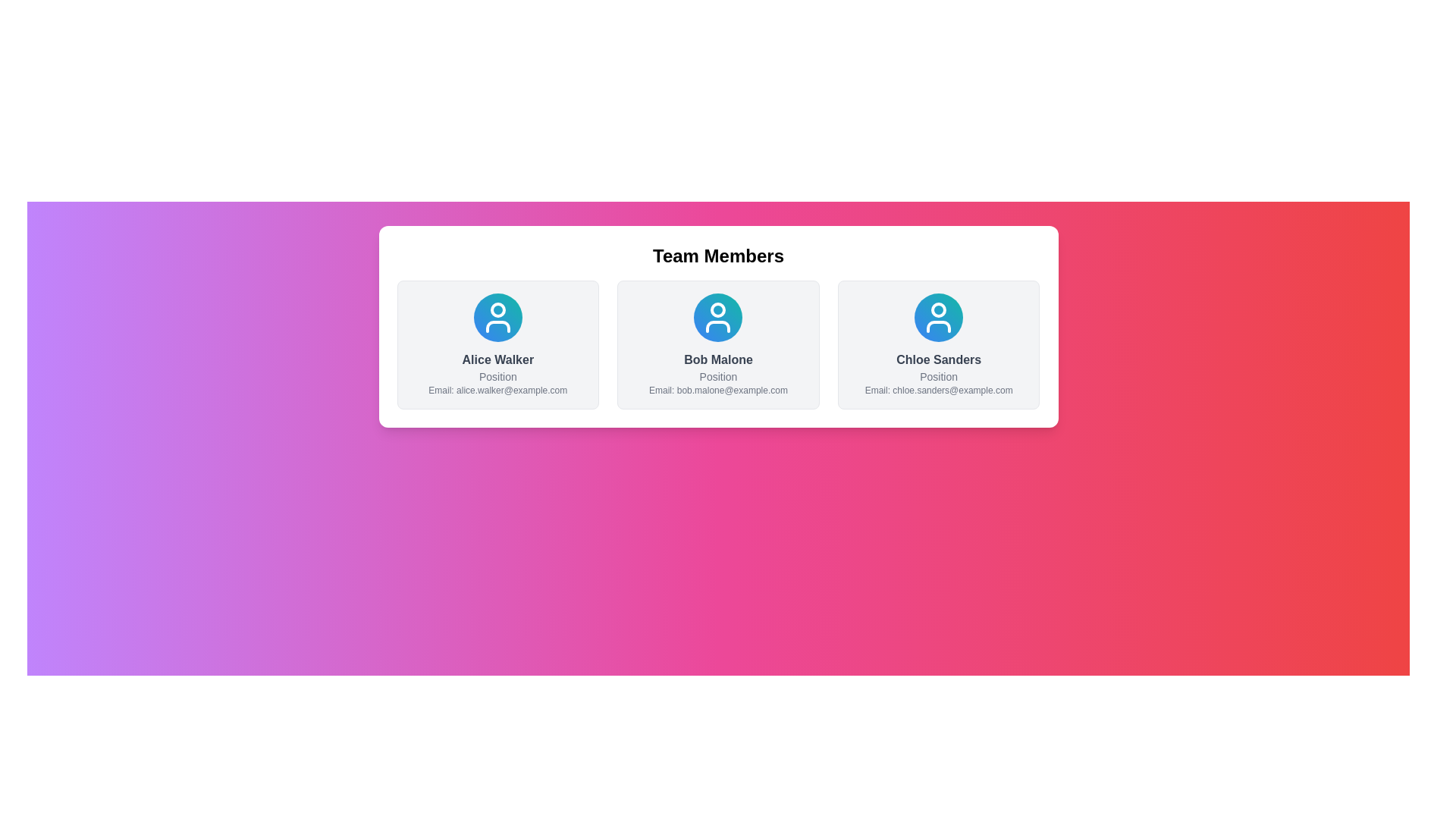 This screenshot has height=819, width=1456. Describe the element at coordinates (717, 309) in the screenshot. I see `the graphical icon component (circle) that represents the user profile icon, located at the top-center of the user profile layout for team members` at that location.